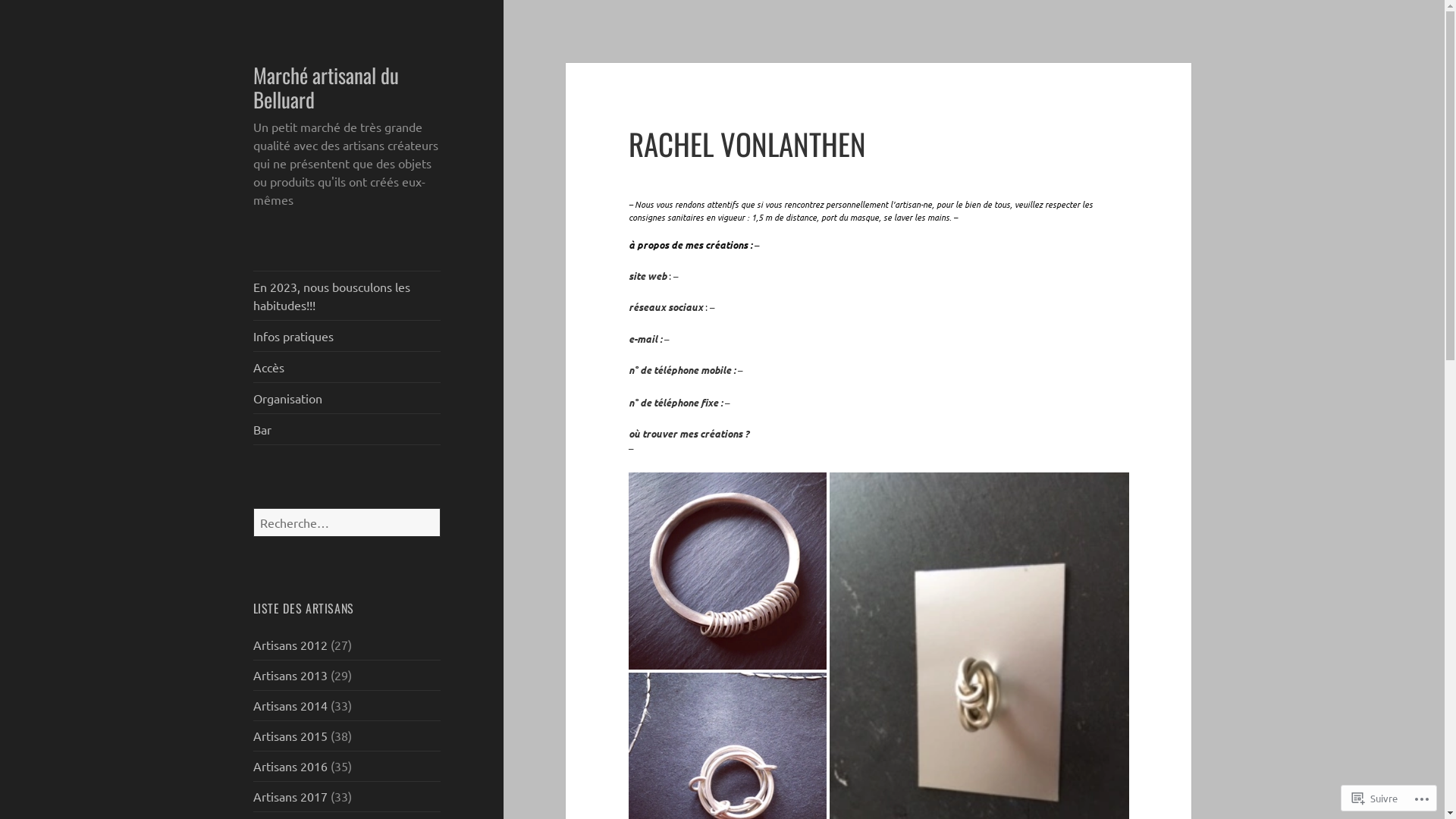 The width and height of the screenshot is (1456, 819). Describe the element at coordinates (253, 644) in the screenshot. I see `'Artisans 2012'` at that location.